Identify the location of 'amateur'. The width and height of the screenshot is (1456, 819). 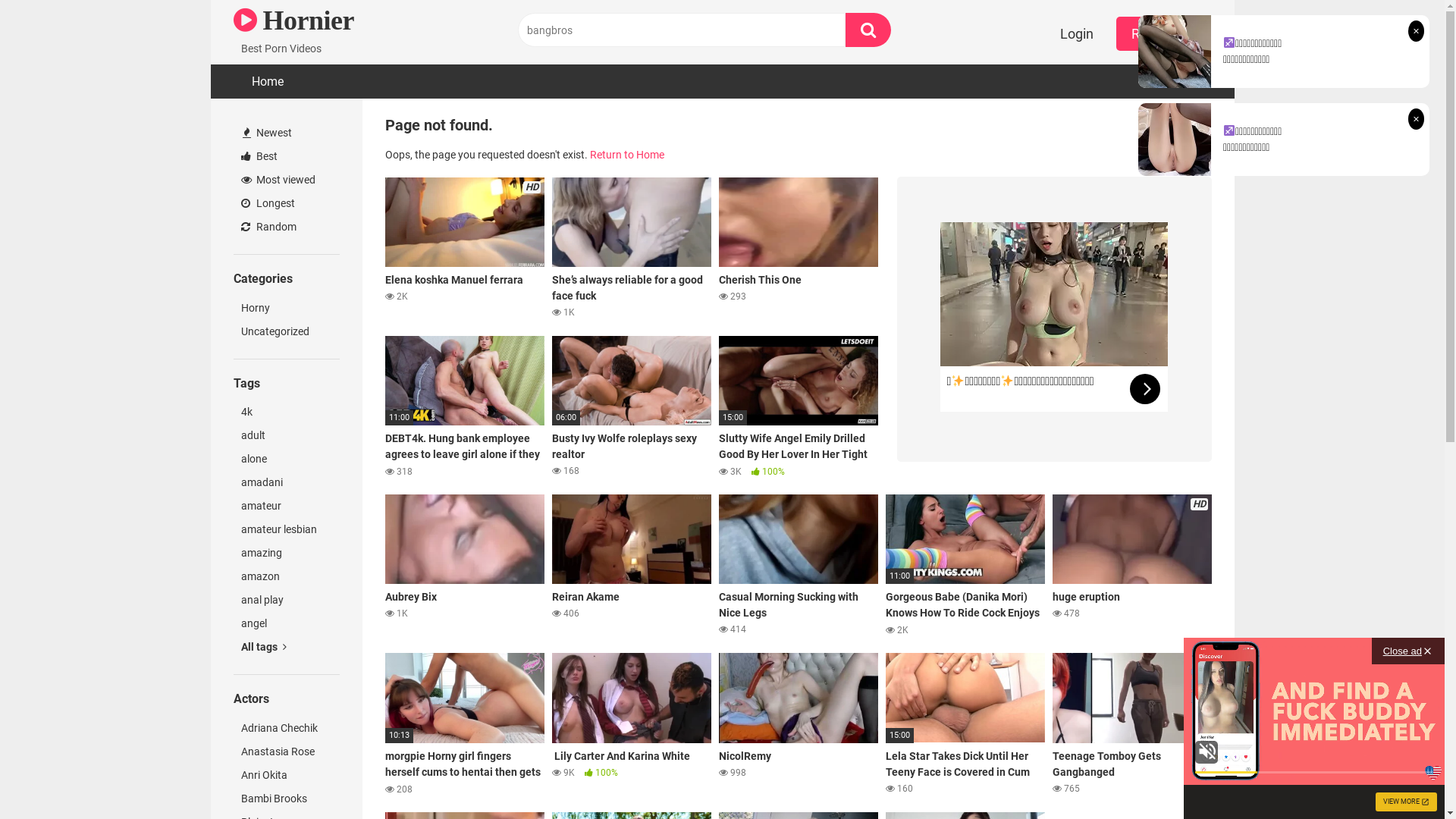
(287, 506).